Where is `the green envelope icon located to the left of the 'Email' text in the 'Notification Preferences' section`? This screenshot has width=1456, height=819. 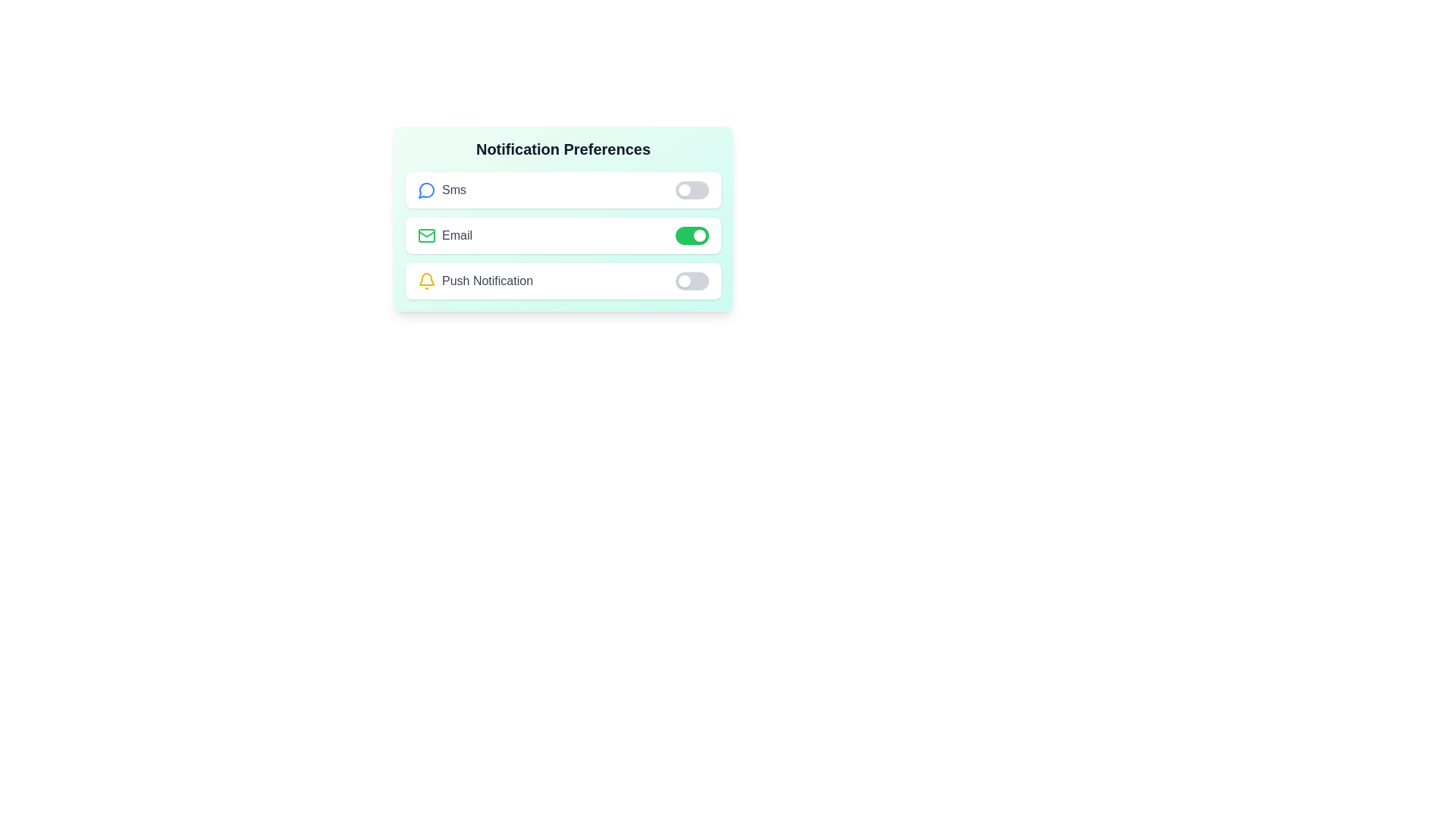 the green envelope icon located to the left of the 'Email' text in the 'Notification Preferences' section is located at coordinates (425, 236).